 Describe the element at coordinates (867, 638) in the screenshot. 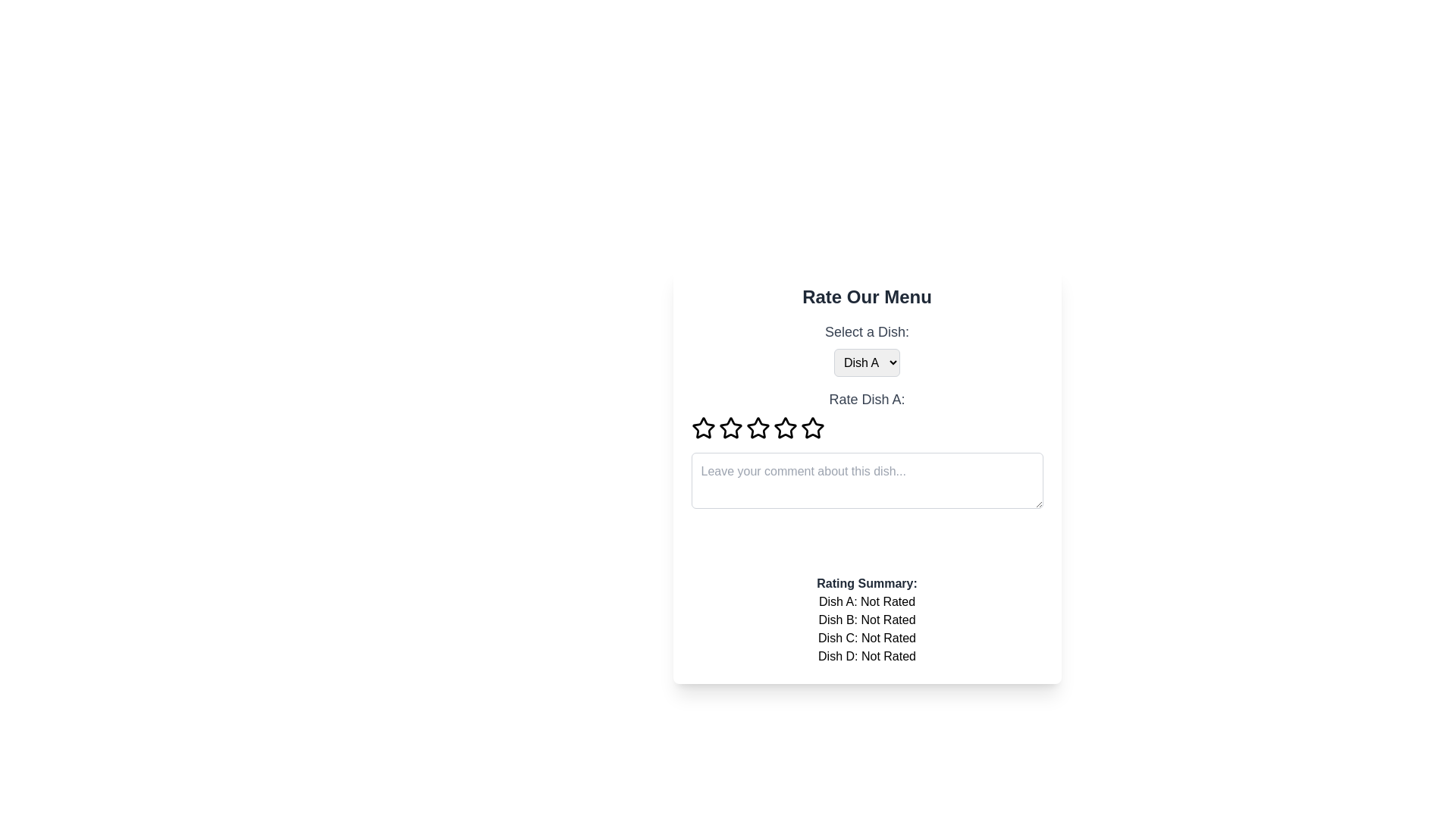

I see `the text label indicating the current rating status of 'Dish C', which is positioned between 'Dish B: Not Rated' and 'Dish D: Not Rated' in the 'Rating Summary:' section` at that location.